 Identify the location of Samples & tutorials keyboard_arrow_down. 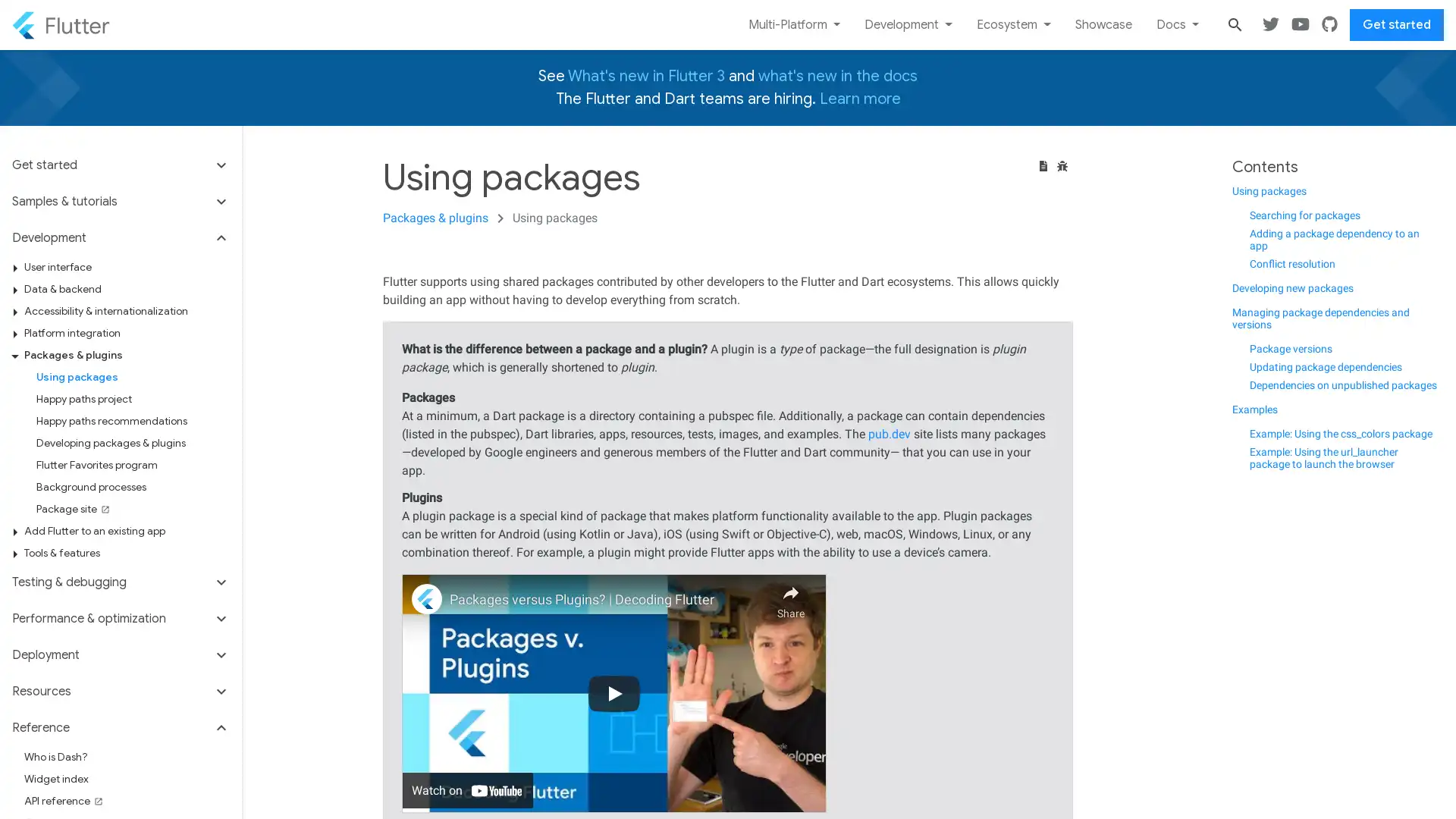
(120, 201).